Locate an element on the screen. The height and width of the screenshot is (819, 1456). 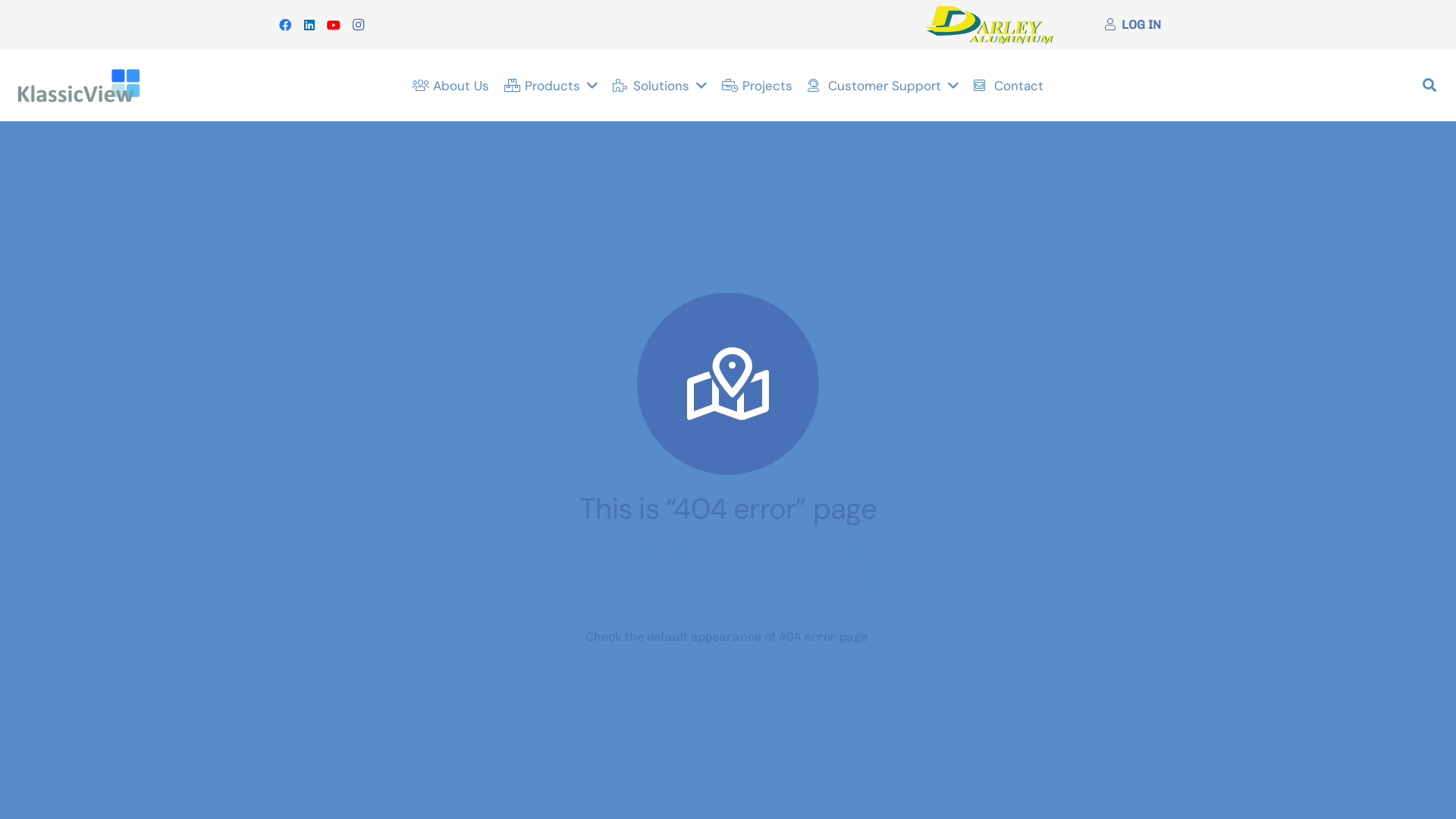
'Products' is located at coordinates (550, 85).